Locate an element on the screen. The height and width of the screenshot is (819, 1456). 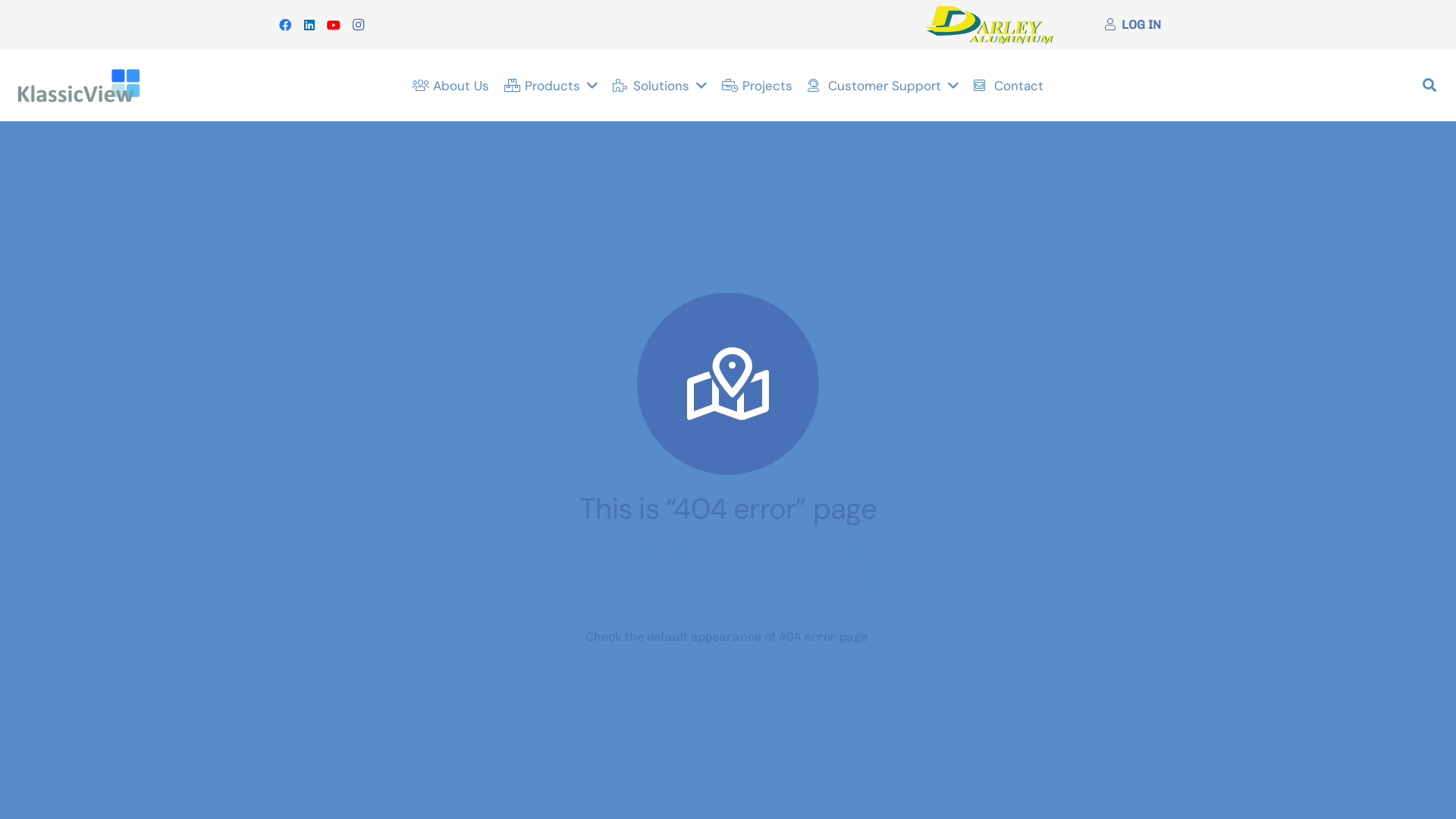
'Products' is located at coordinates (550, 85).